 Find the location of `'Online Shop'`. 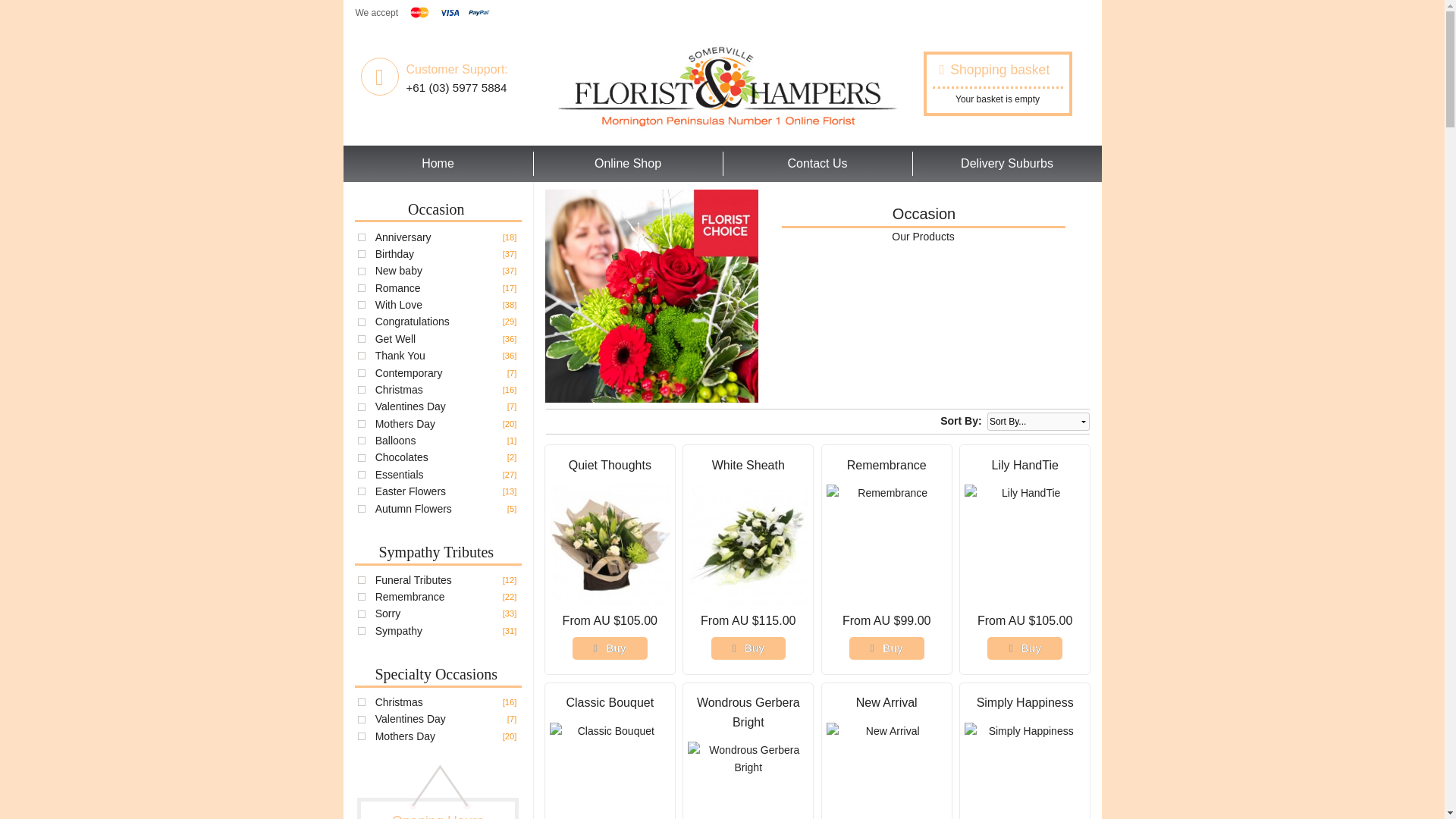

'Online Shop' is located at coordinates (628, 164).